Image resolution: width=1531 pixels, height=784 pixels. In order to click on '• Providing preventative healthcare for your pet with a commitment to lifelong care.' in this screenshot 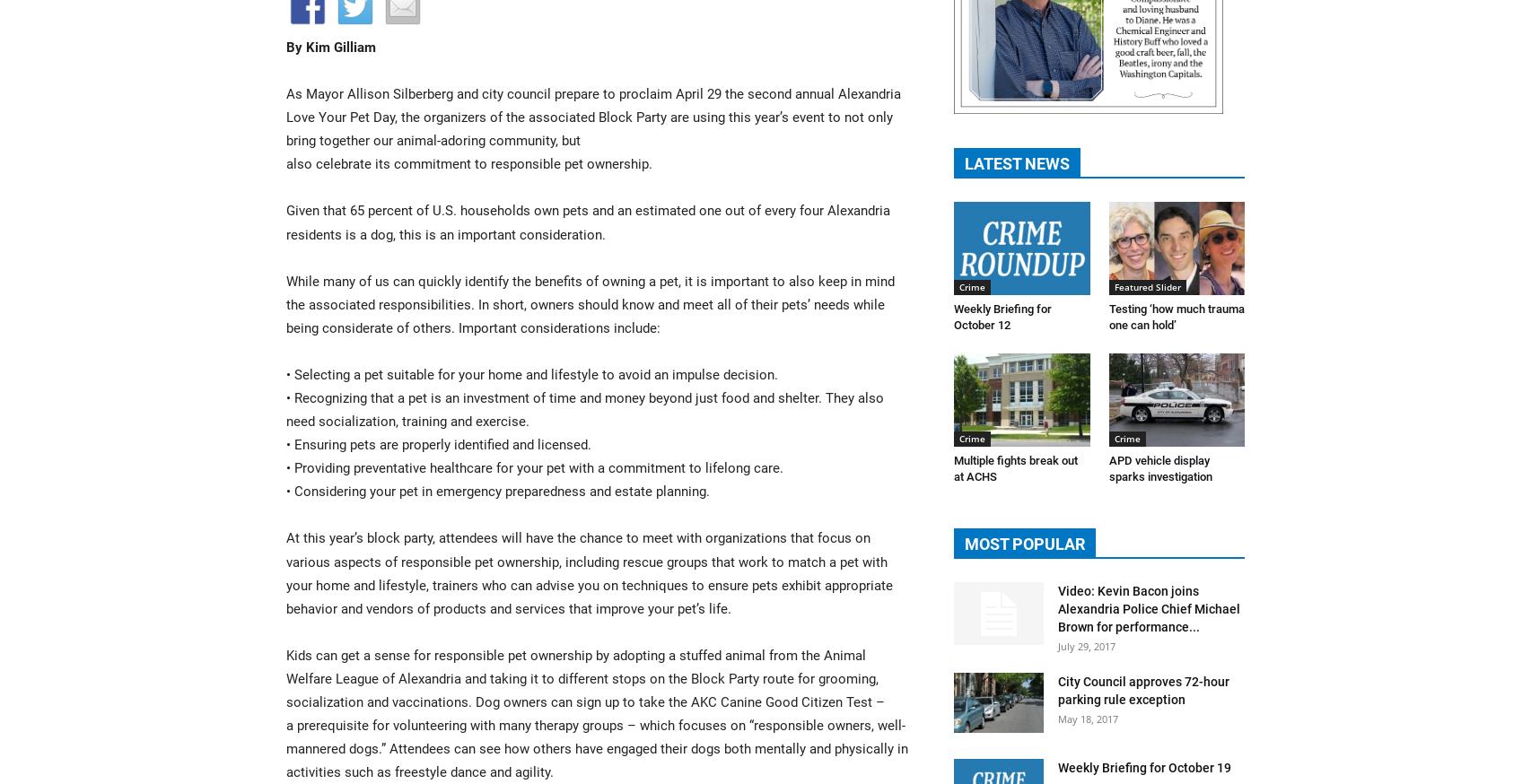, I will do `click(286, 468)`.